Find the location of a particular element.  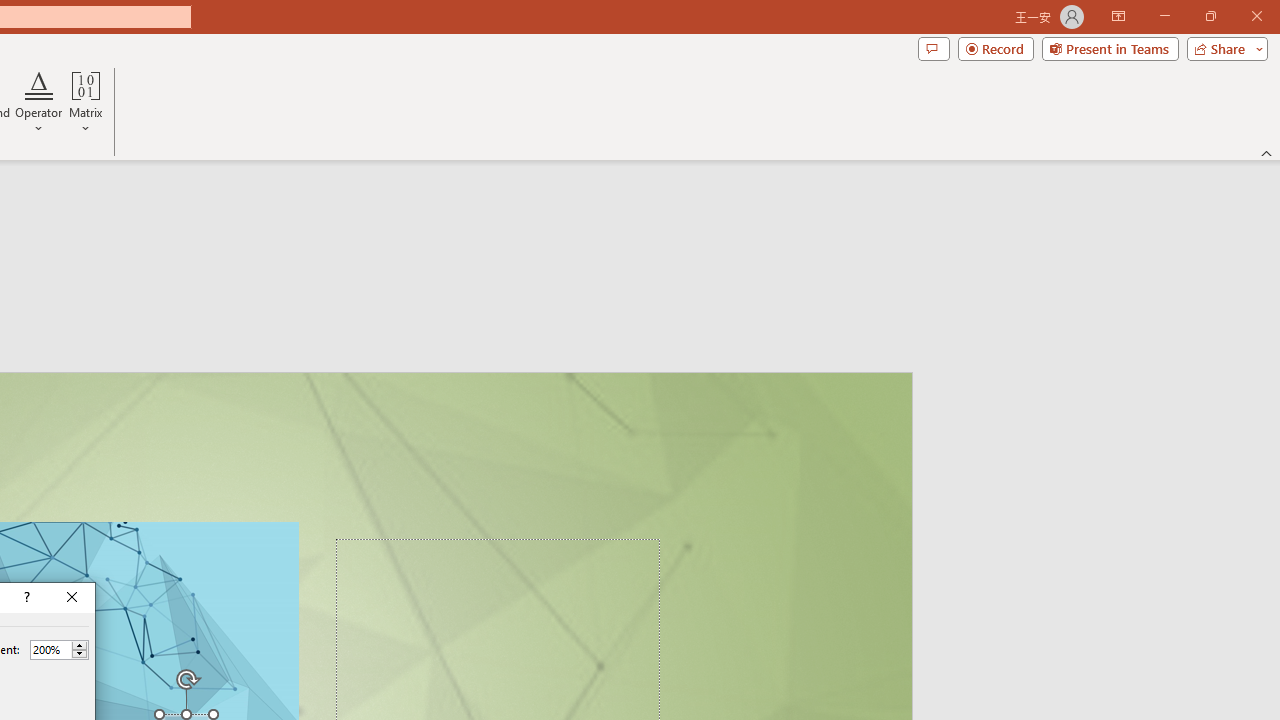

'Percent' is located at coordinates (59, 650).